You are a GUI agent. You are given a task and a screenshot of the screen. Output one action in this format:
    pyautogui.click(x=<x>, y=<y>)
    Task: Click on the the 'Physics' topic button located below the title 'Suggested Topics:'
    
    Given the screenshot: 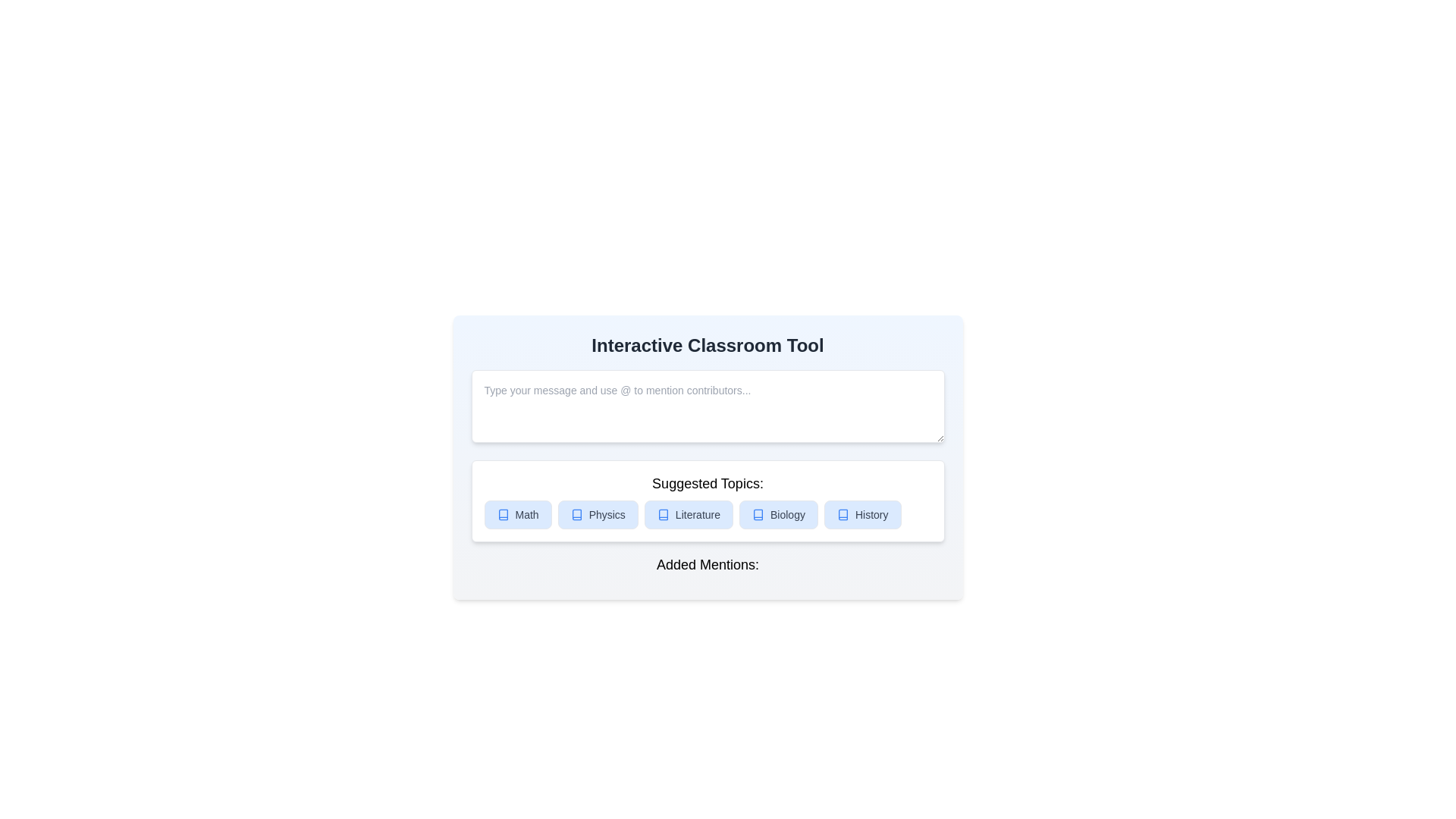 What is the action you would take?
    pyautogui.click(x=597, y=513)
    